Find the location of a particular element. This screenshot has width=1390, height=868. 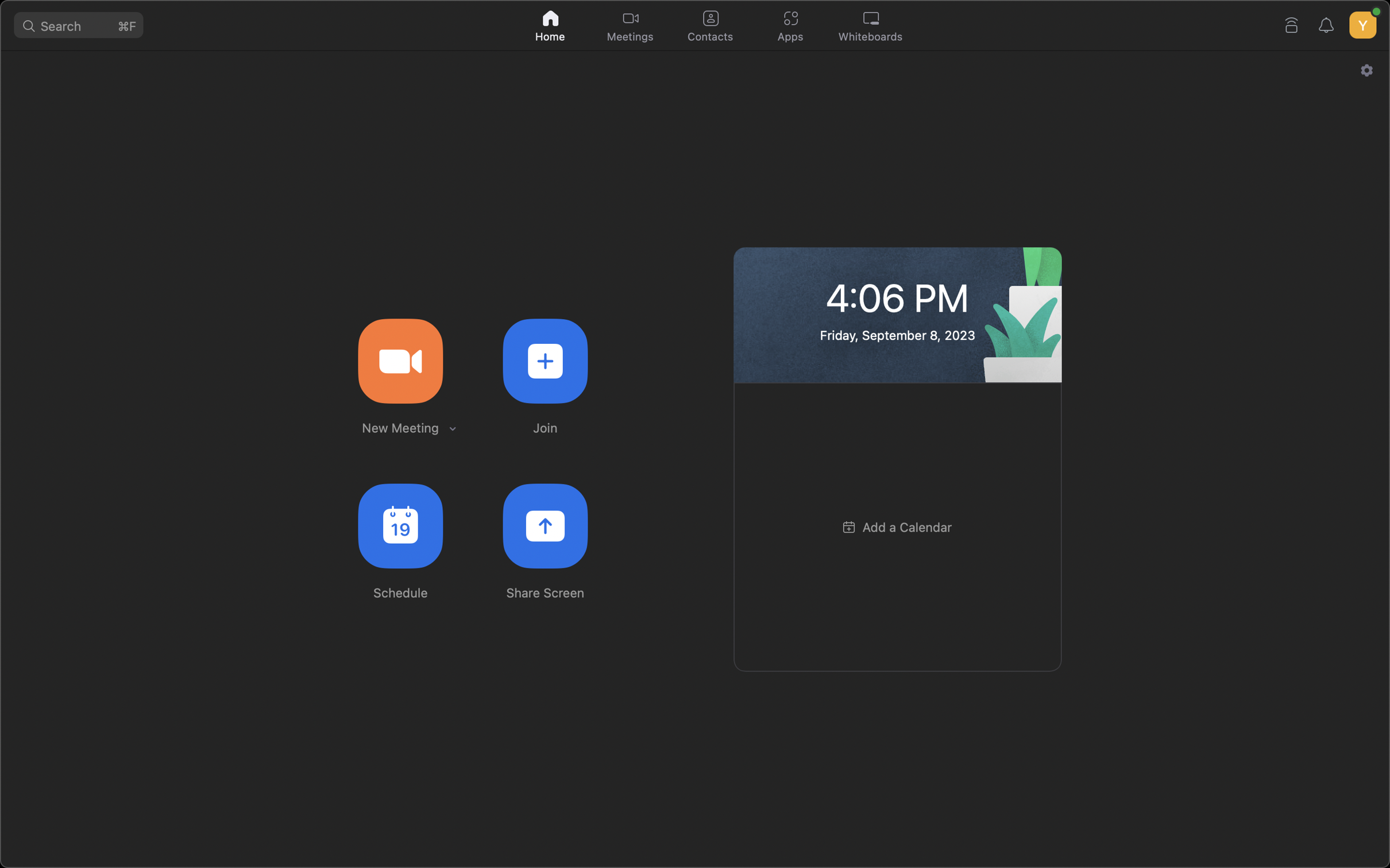

the options for whiteboard is located at coordinates (873, 26).